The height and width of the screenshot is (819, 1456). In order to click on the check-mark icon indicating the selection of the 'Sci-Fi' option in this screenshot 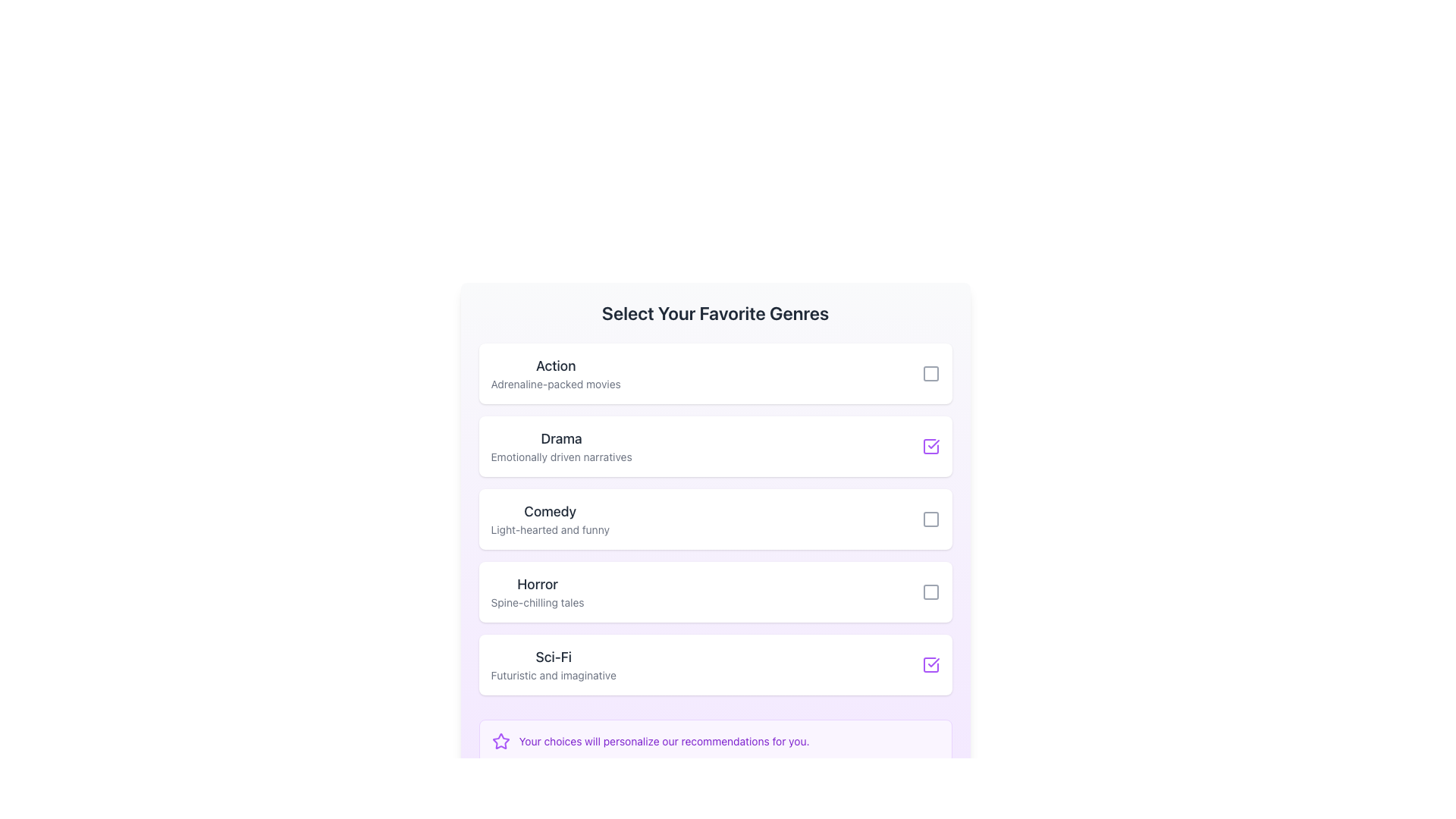, I will do `click(932, 662)`.